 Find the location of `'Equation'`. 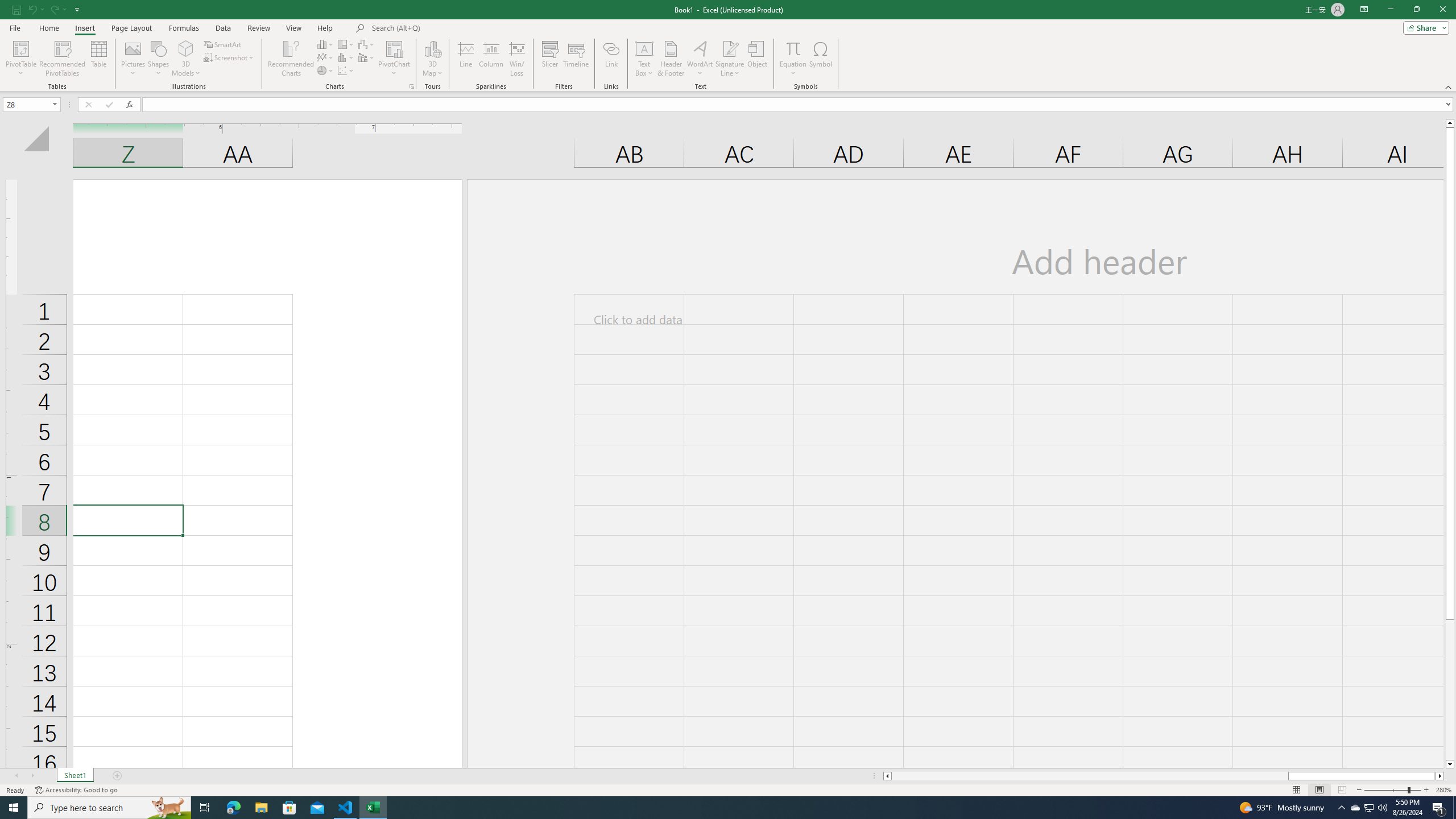

'Equation' is located at coordinates (793, 48).